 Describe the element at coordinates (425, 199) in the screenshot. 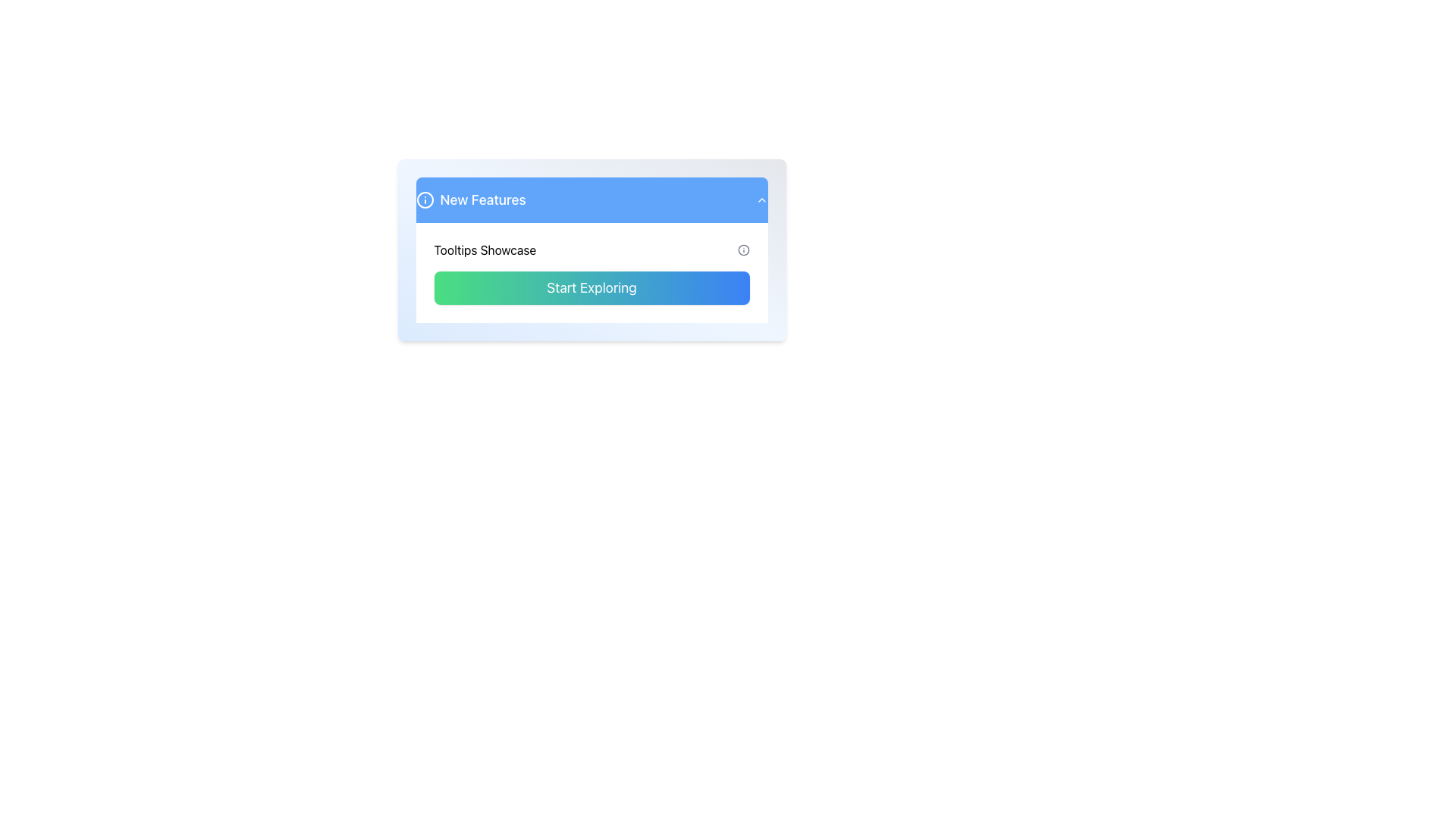

I see `circular SVG element with a filled border located at the top-left corner of the blue header section labeled 'New Features' for debugging purposes` at that location.